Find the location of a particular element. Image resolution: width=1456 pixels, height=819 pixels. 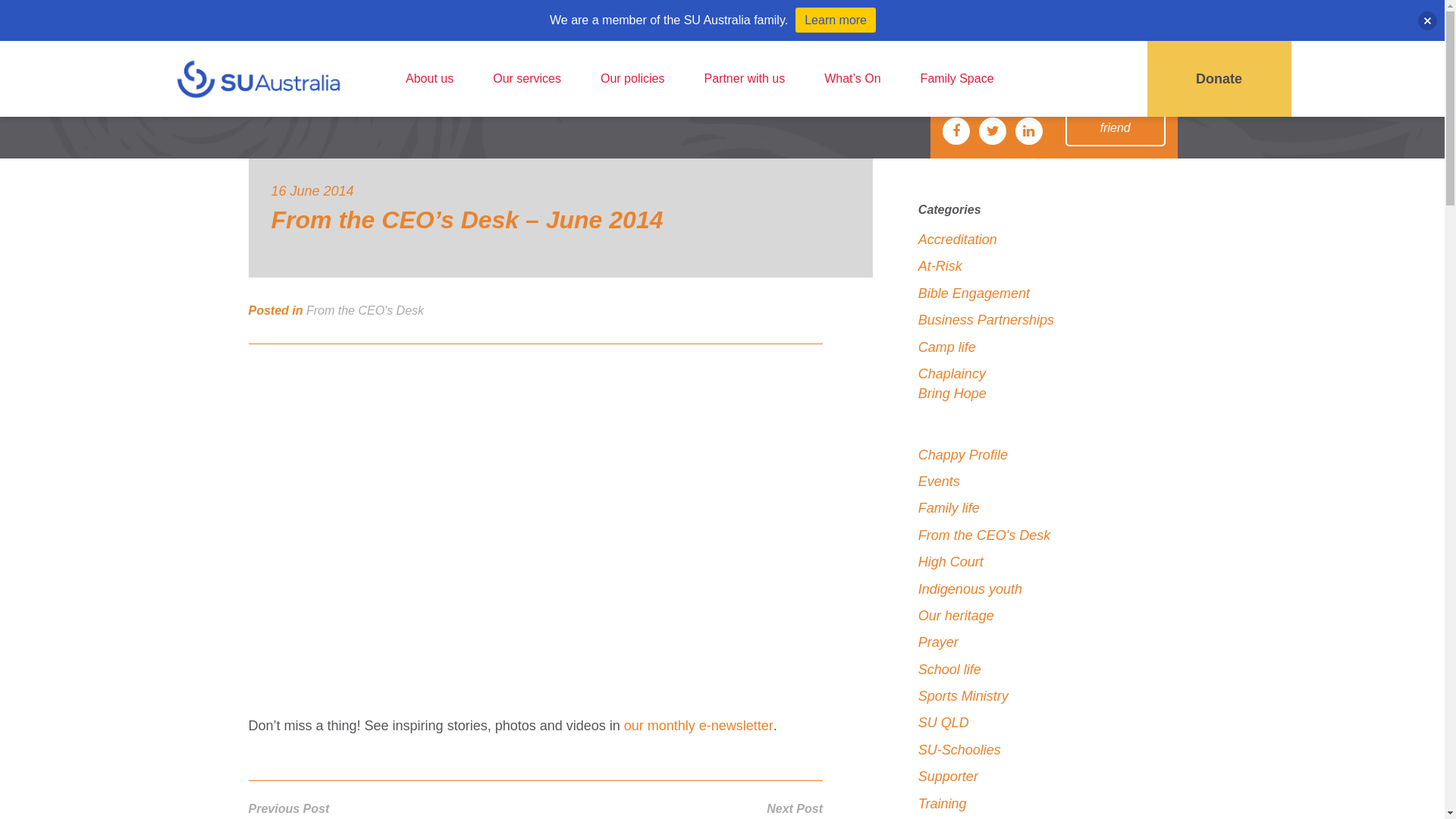

'Donate' is located at coordinates (1219, 79).